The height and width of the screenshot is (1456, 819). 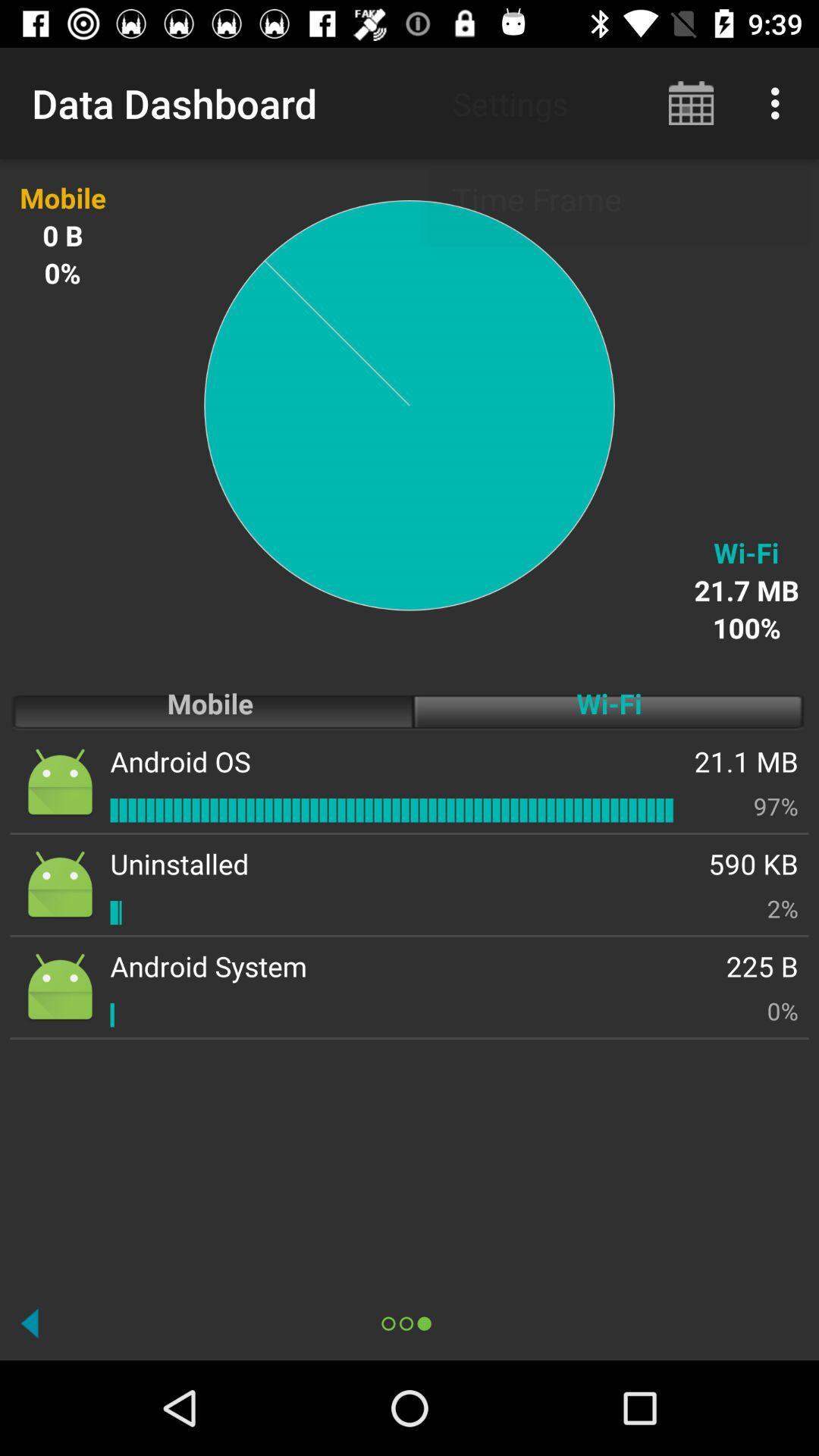 What do you see at coordinates (30, 1323) in the screenshot?
I see `come back` at bounding box center [30, 1323].